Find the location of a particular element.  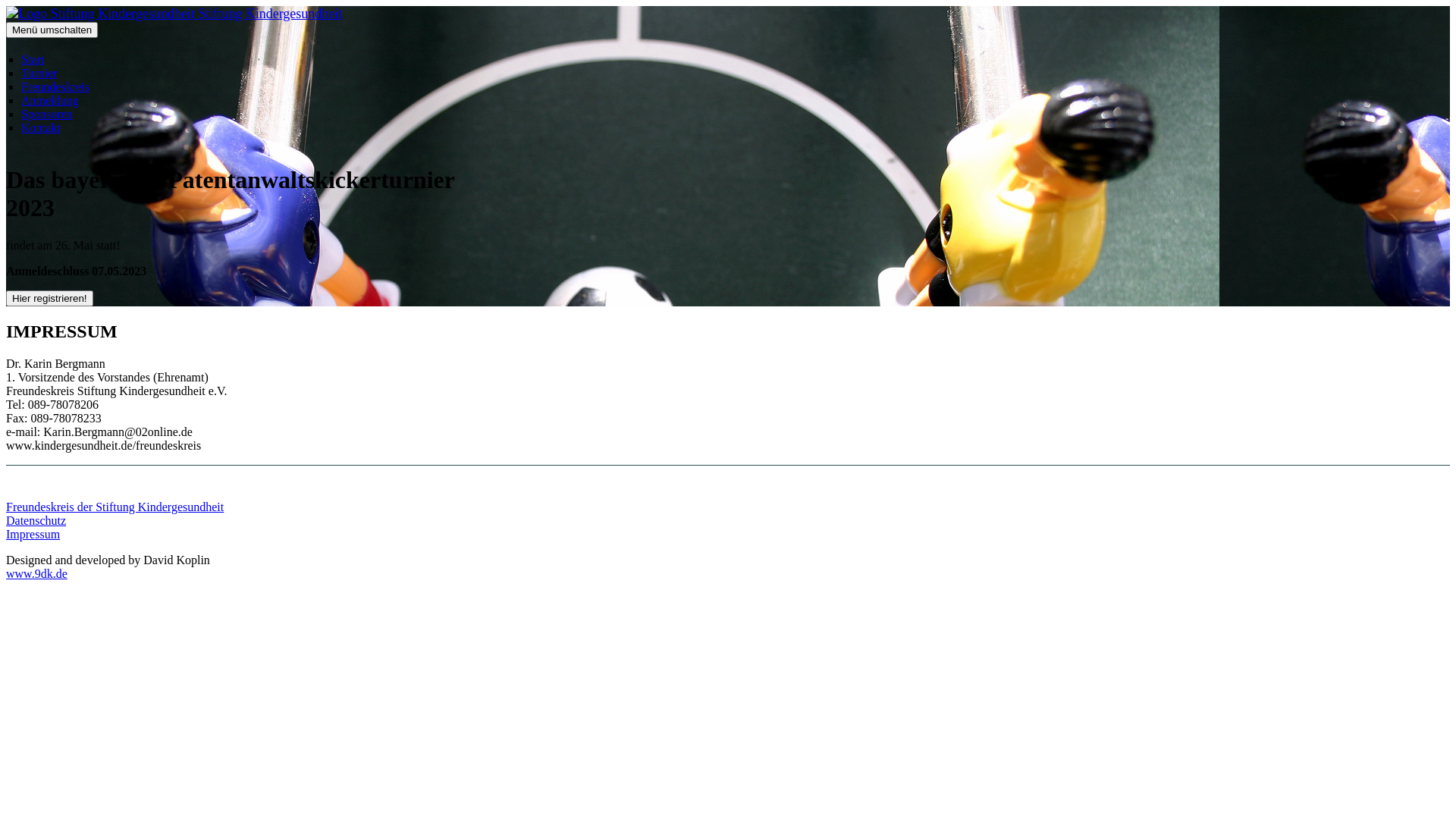

'Anmeldung' is located at coordinates (50, 100).